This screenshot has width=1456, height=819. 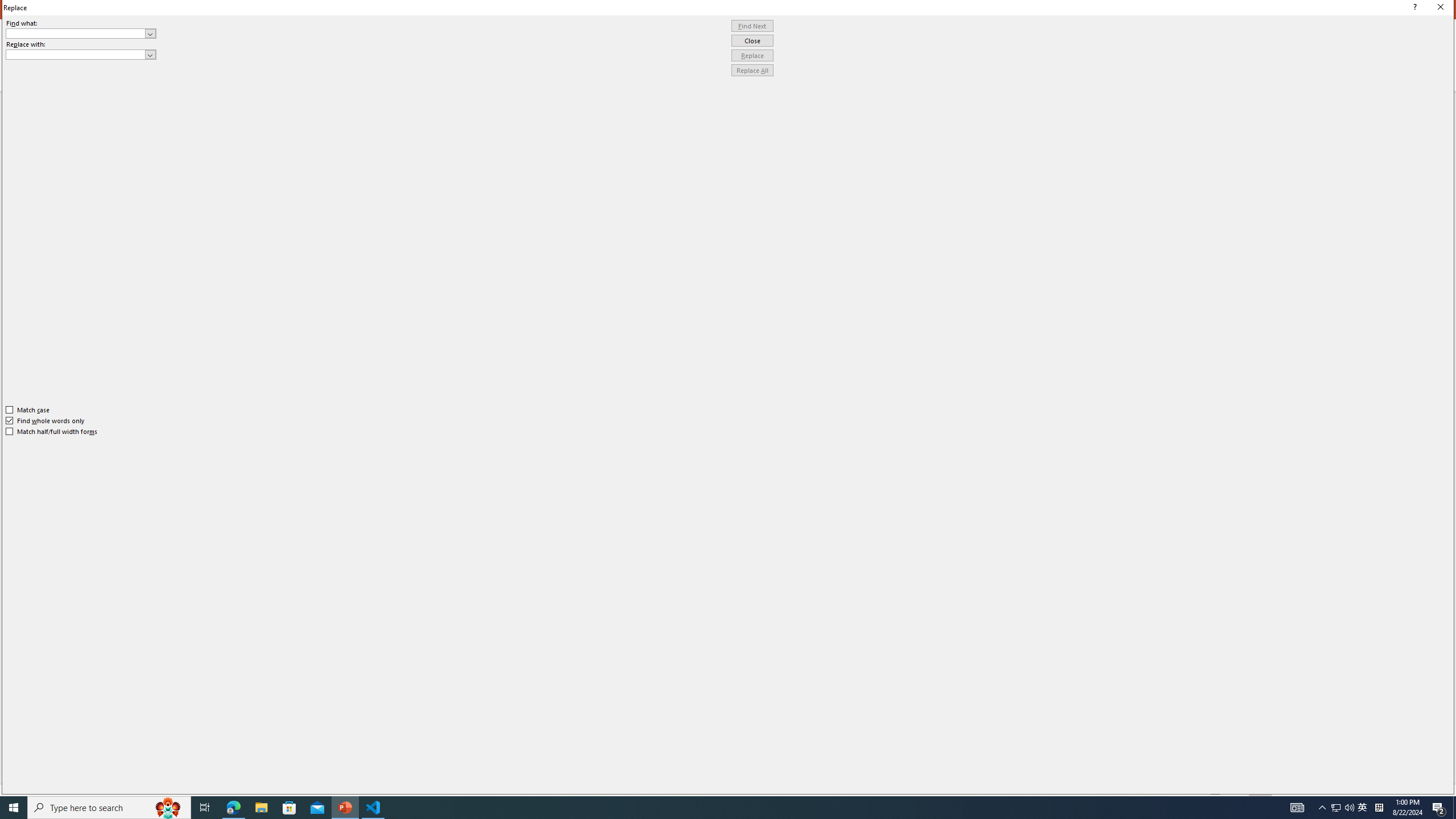 I want to click on 'Match case', so click(x=27, y=409).